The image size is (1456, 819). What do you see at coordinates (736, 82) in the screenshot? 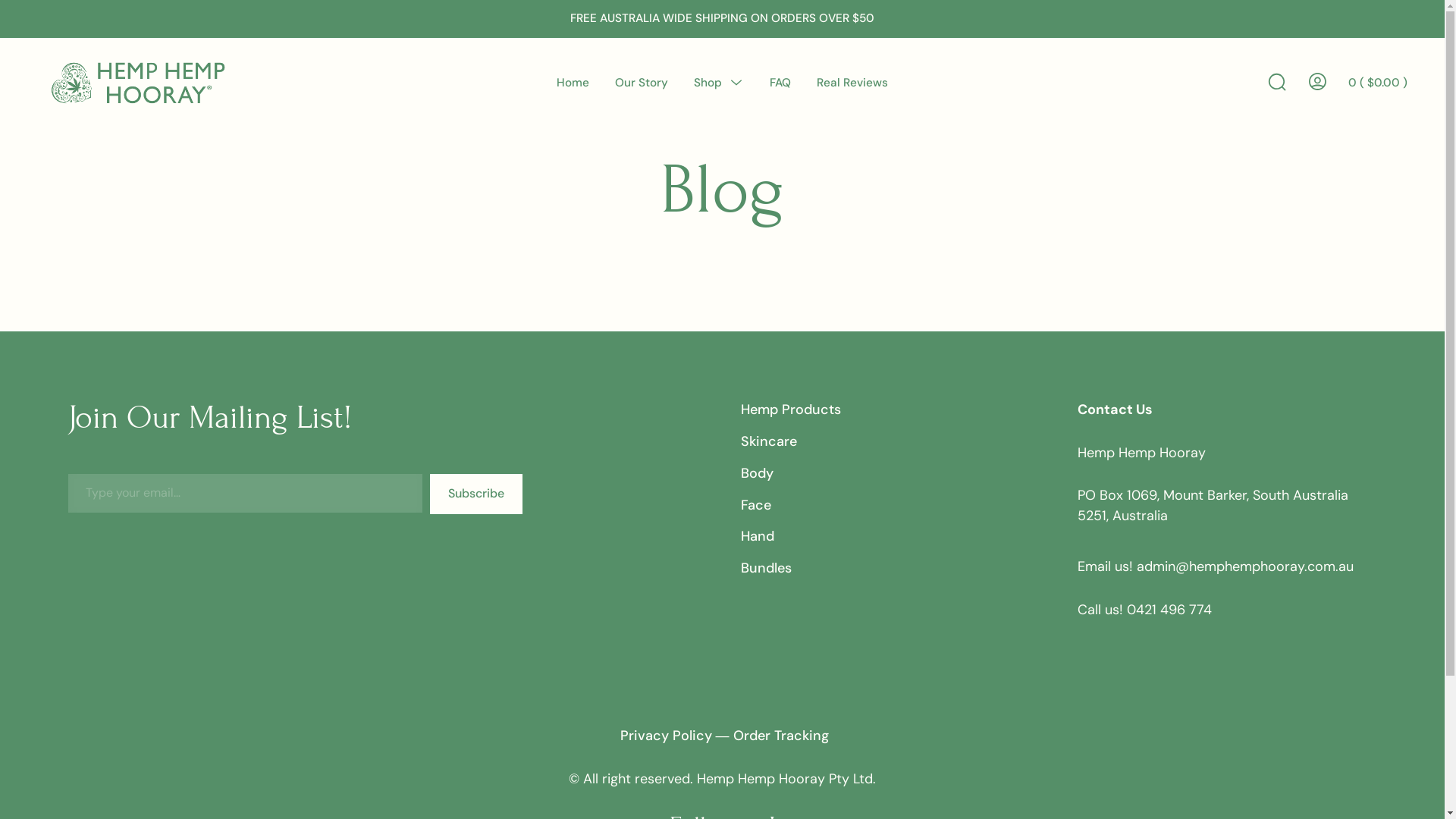
I see `'Menu Toggle'` at bounding box center [736, 82].